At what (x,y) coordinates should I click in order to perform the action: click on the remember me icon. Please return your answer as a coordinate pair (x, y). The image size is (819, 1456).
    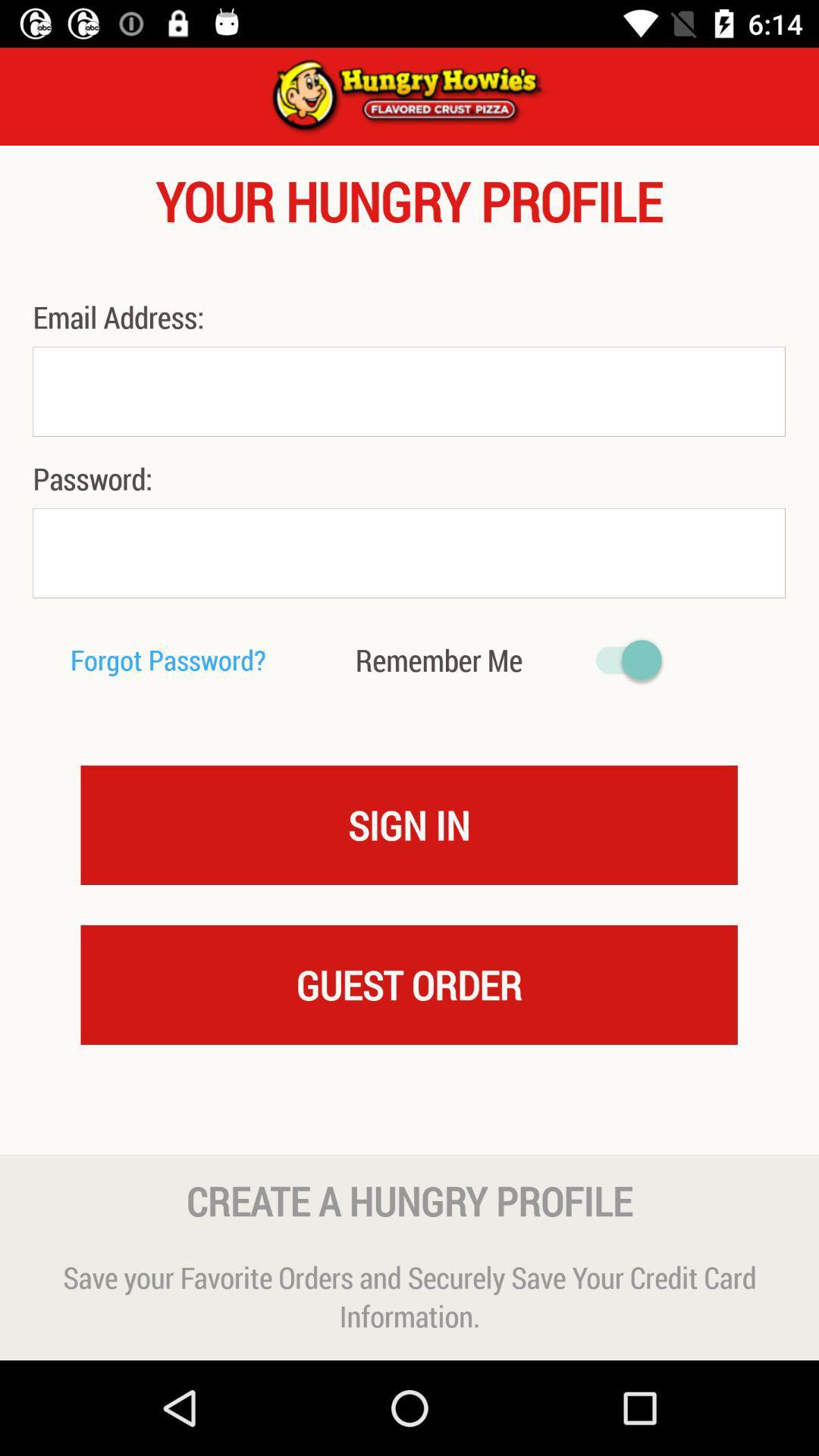
    Looking at the image, I should click on (438, 660).